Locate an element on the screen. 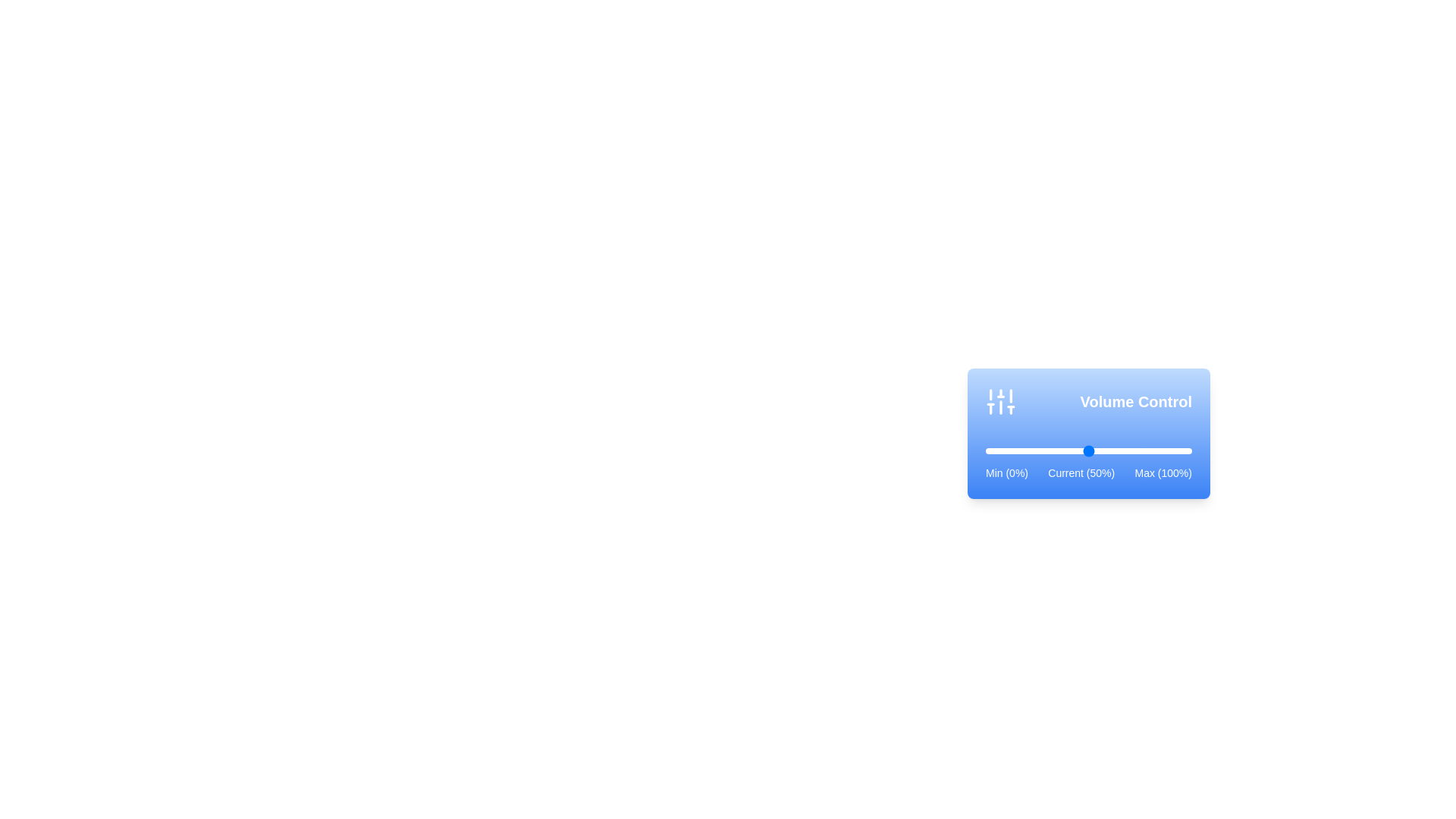 Image resolution: width=1456 pixels, height=819 pixels. the slider to inspect visual feedback is located at coordinates (1087, 450).